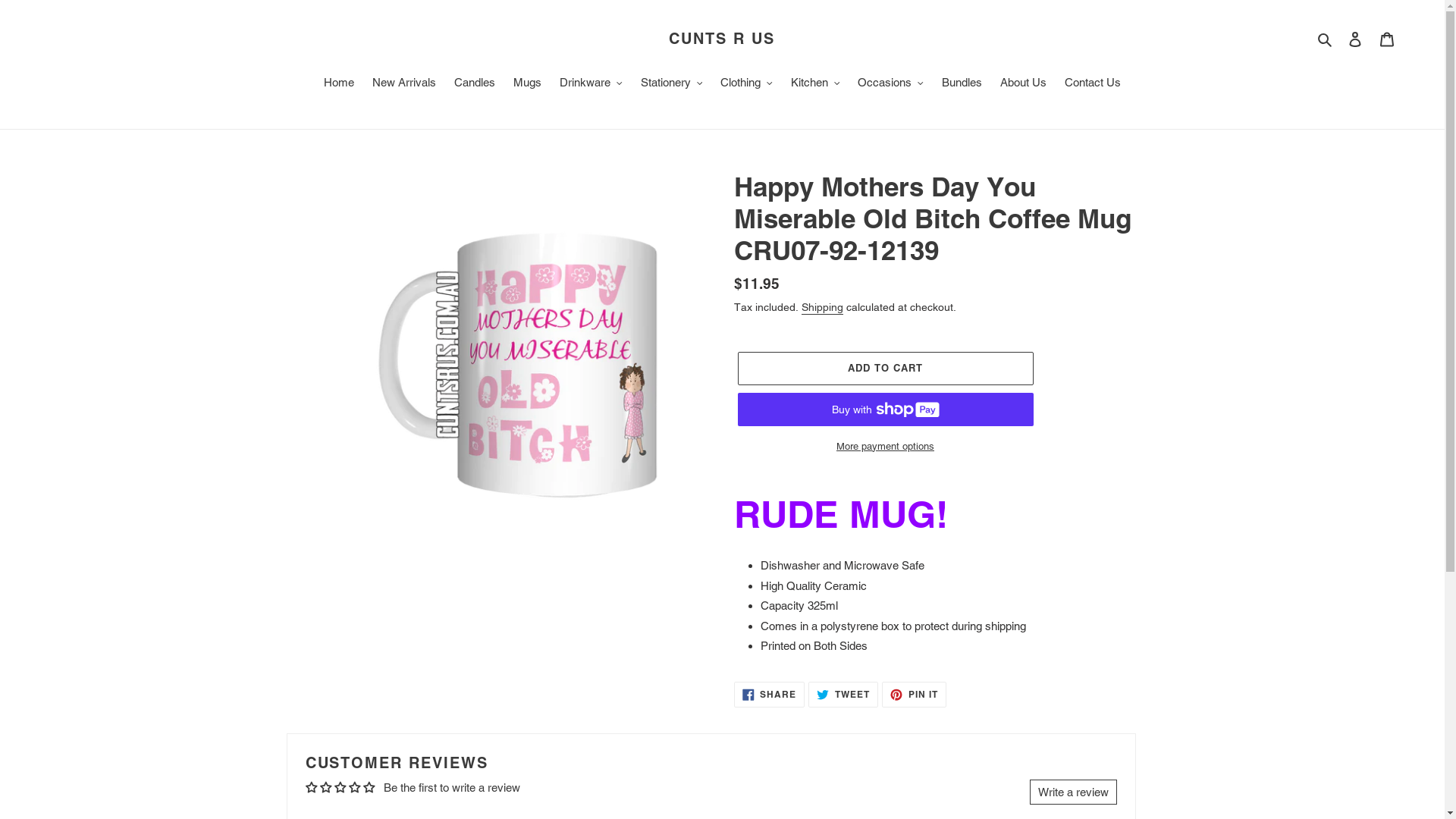 This screenshot has height=819, width=1456. What do you see at coordinates (590, 84) in the screenshot?
I see `'Drinkware'` at bounding box center [590, 84].